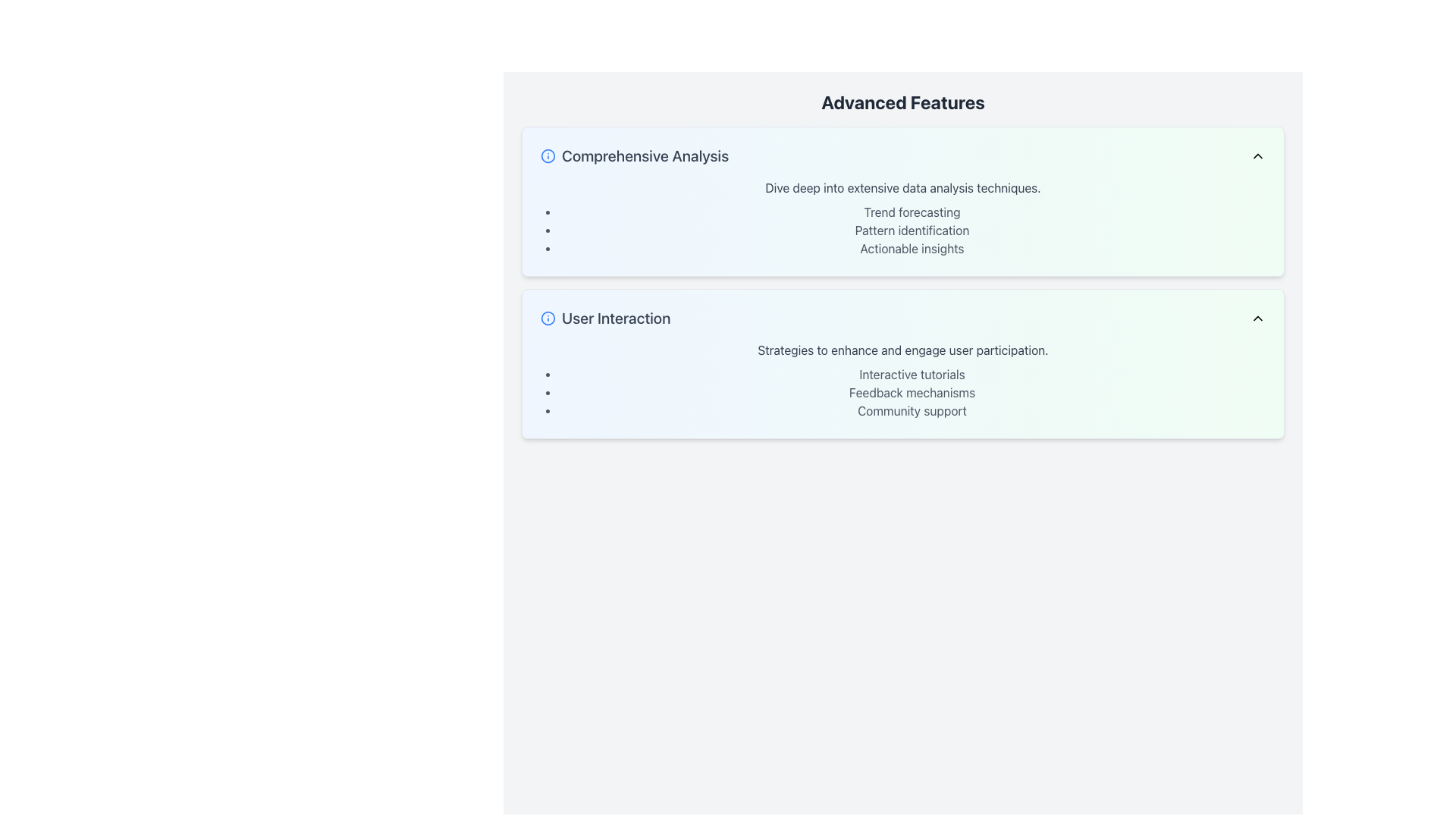 The width and height of the screenshot is (1456, 819). Describe the element at coordinates (1258, 318) in the screenshot. I see `the upward-pointing chevron arrow icon located on the right side of the 'User Interaction' section header, characterized by its minimalist design with black borders` at that location.